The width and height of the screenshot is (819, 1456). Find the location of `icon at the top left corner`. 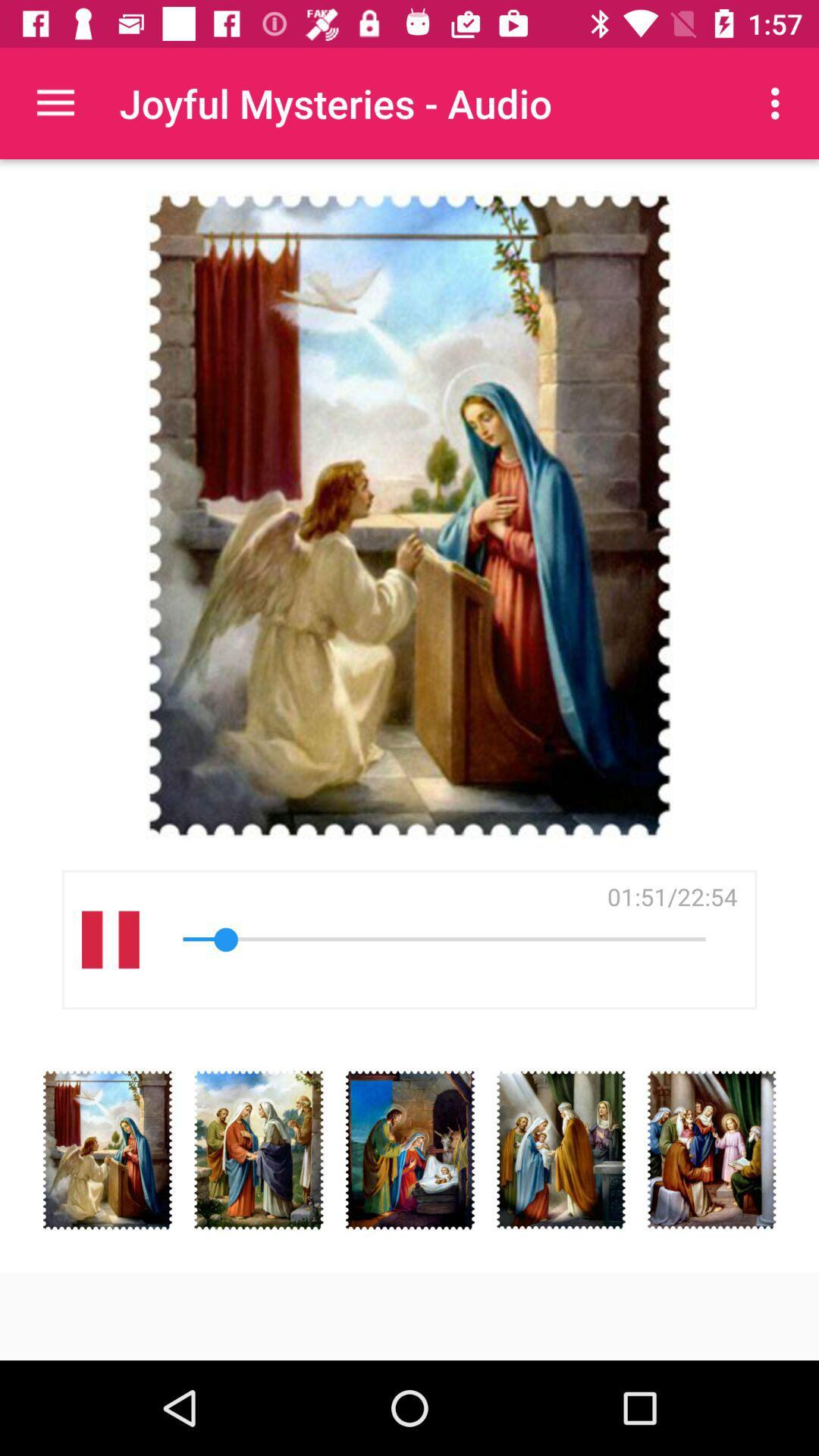

icon at the top left corner is located at coordinates (55, 102).